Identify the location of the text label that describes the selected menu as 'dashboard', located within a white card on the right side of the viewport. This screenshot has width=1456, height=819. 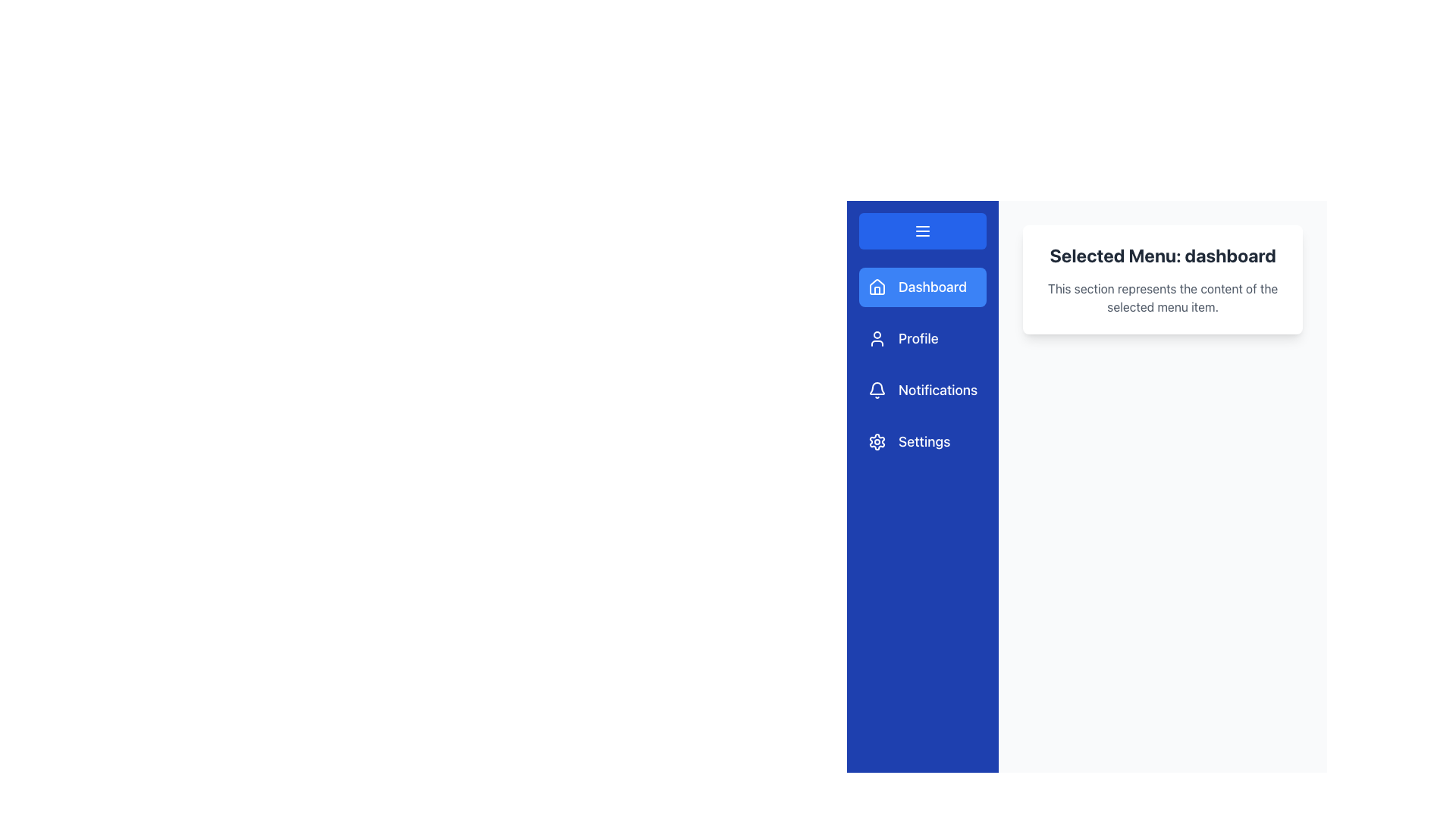
(1162, 298).